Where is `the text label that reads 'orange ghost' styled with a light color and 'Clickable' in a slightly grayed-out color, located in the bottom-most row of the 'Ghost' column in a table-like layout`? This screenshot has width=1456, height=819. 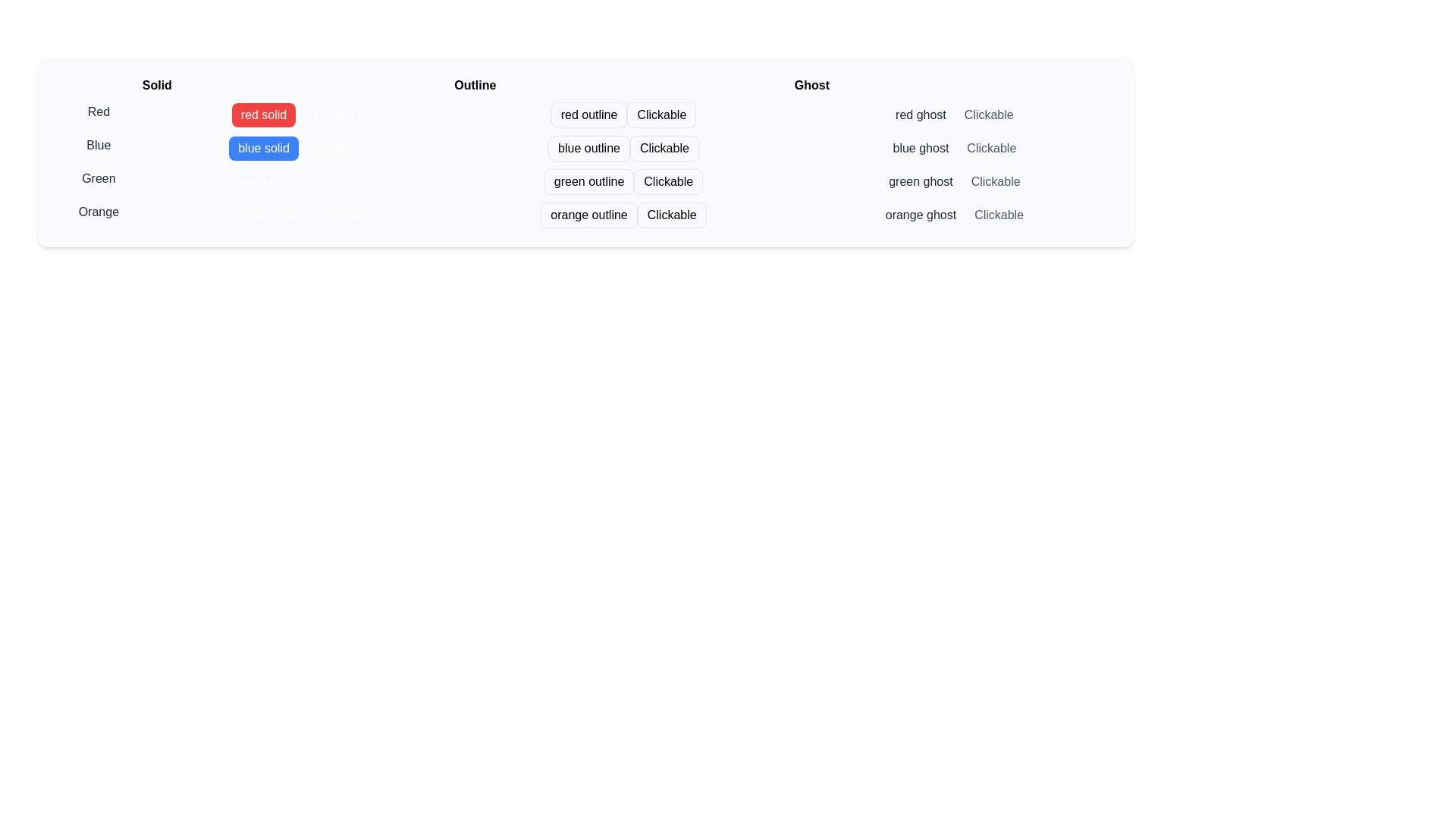
the text label that reads 'orange ghost' styled with a light color and 'Clickable' in a slightly grayed-out color, located in the bottom-most row of the 'Ghost' column in a table-like layout is located at coordinates (953, 212).